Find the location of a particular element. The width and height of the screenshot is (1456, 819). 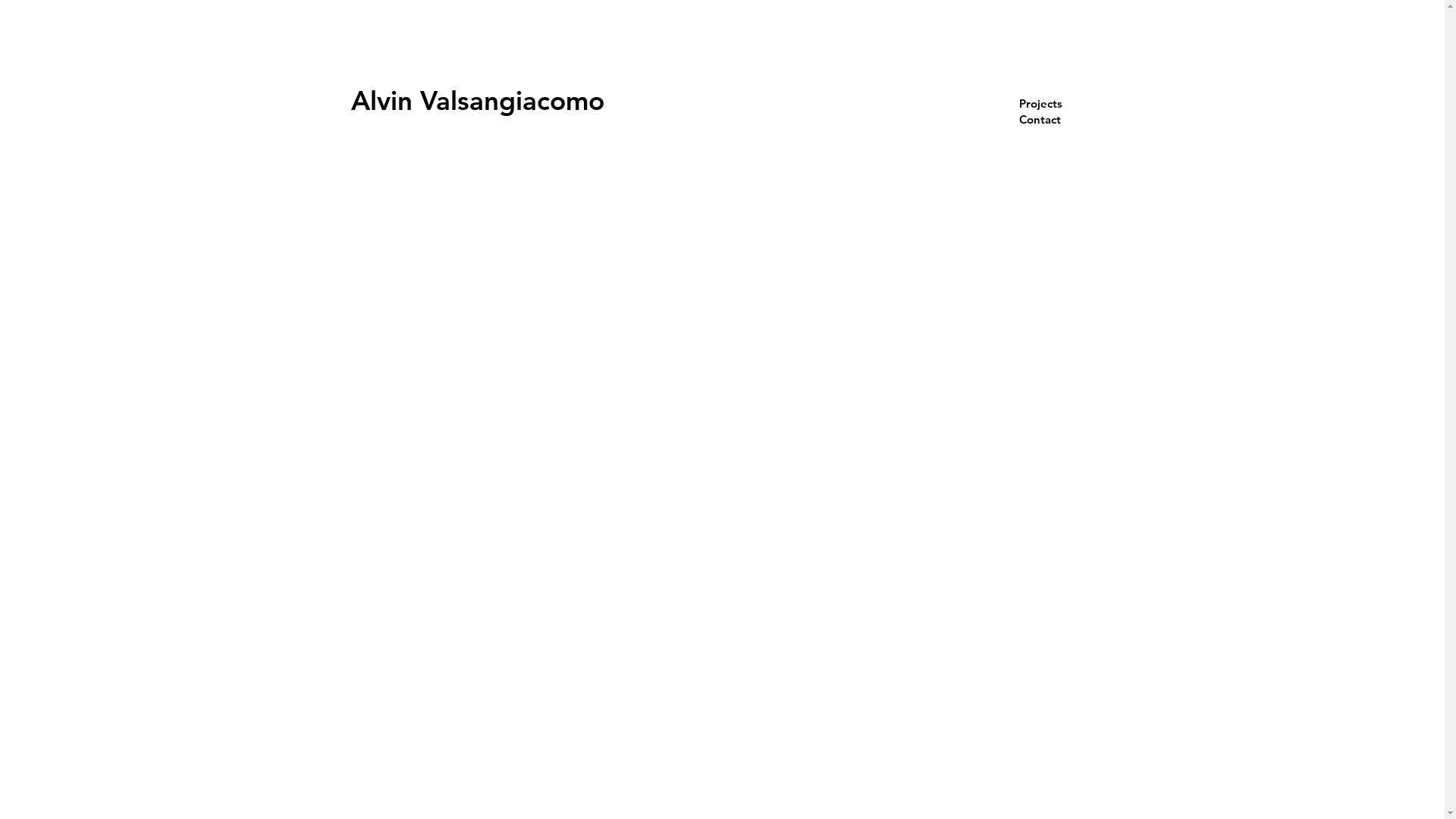

'Projects' is located at coordinates (1056, 102).